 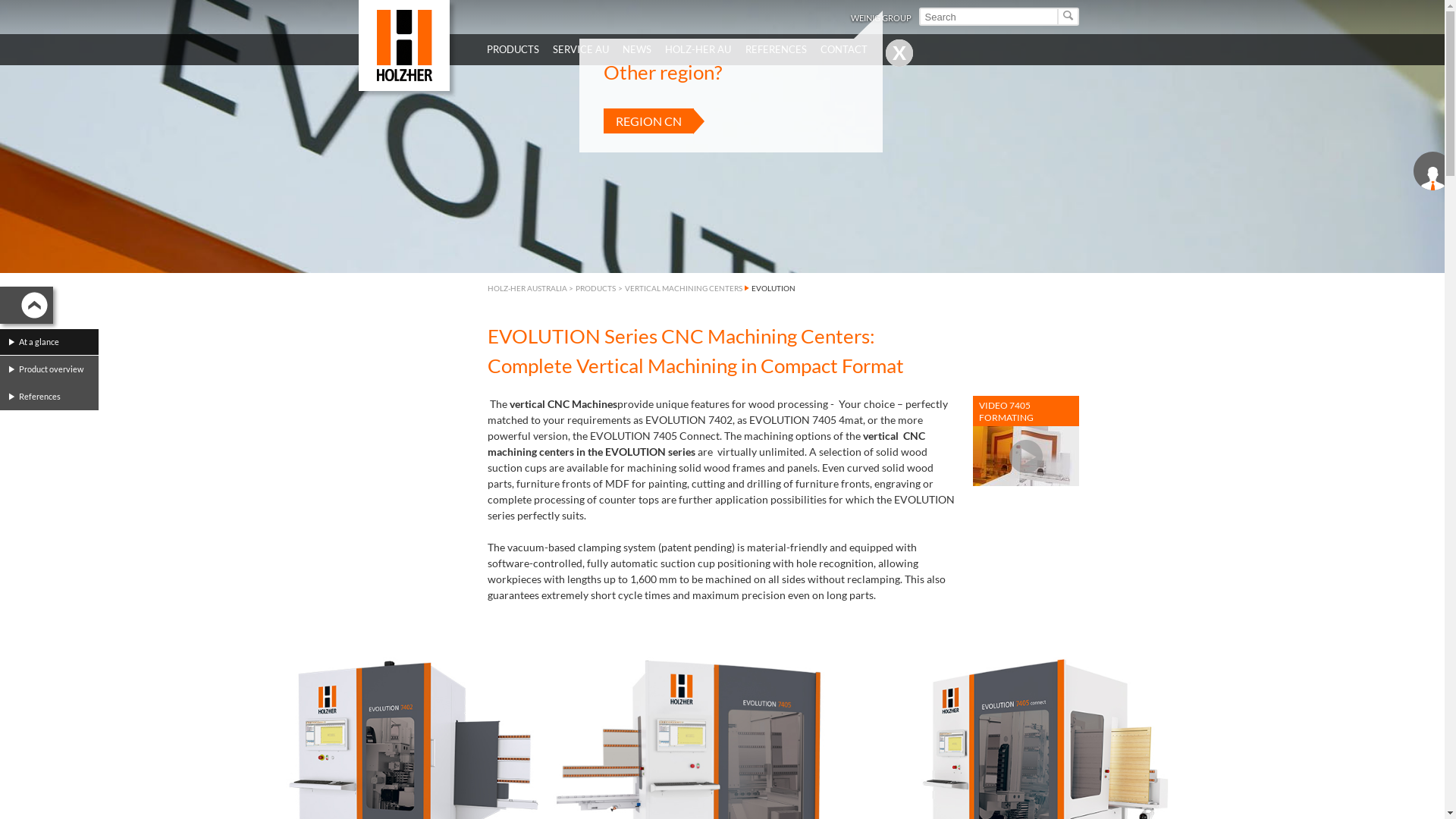 I want to click on 'At a glance', so click(x=53, y=342).